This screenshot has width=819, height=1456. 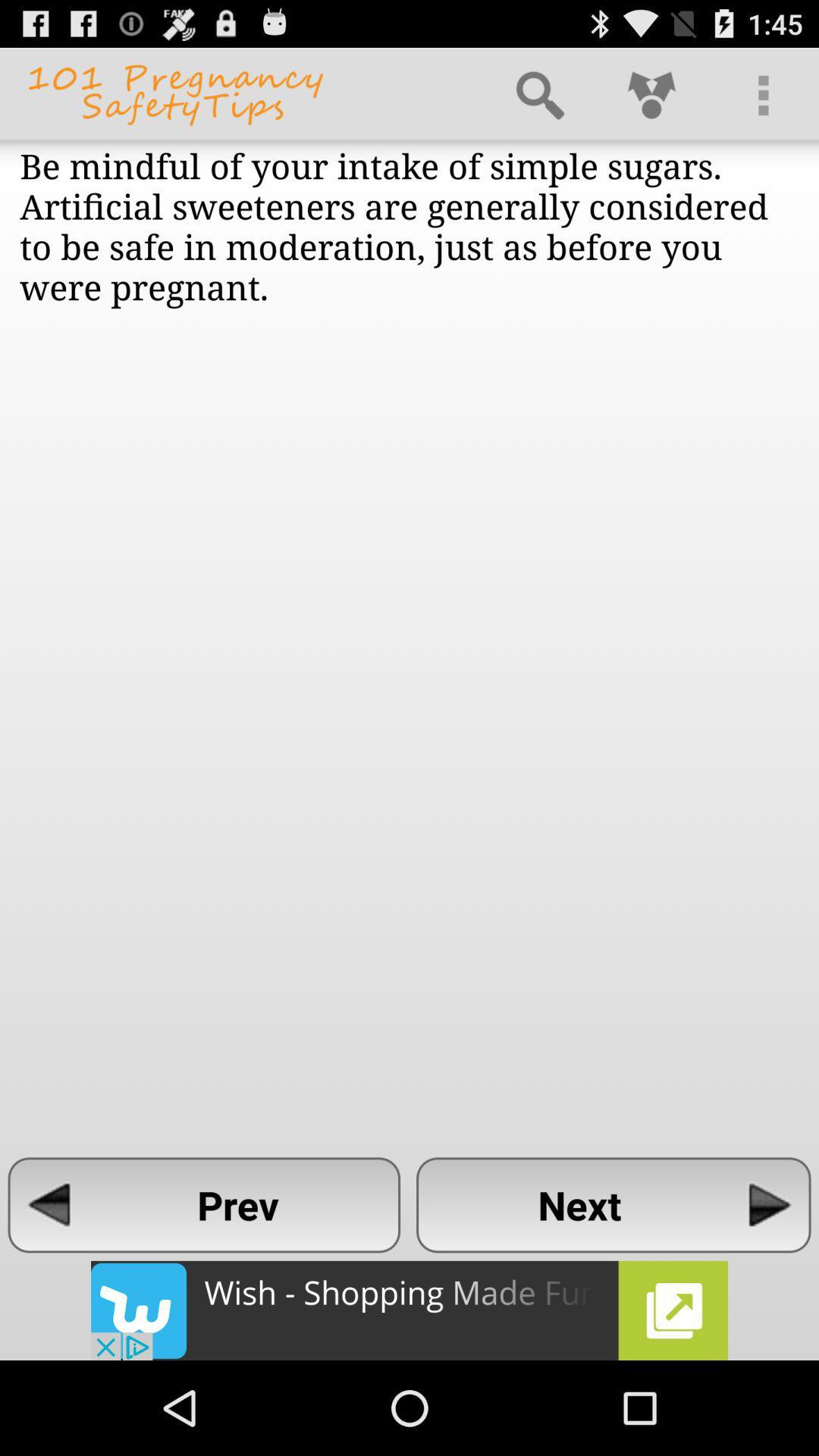 What do you see at coordinates (409, 1310) in the screenshot?
I see `the advertisement about an app` at bounding box center [409, 1310].